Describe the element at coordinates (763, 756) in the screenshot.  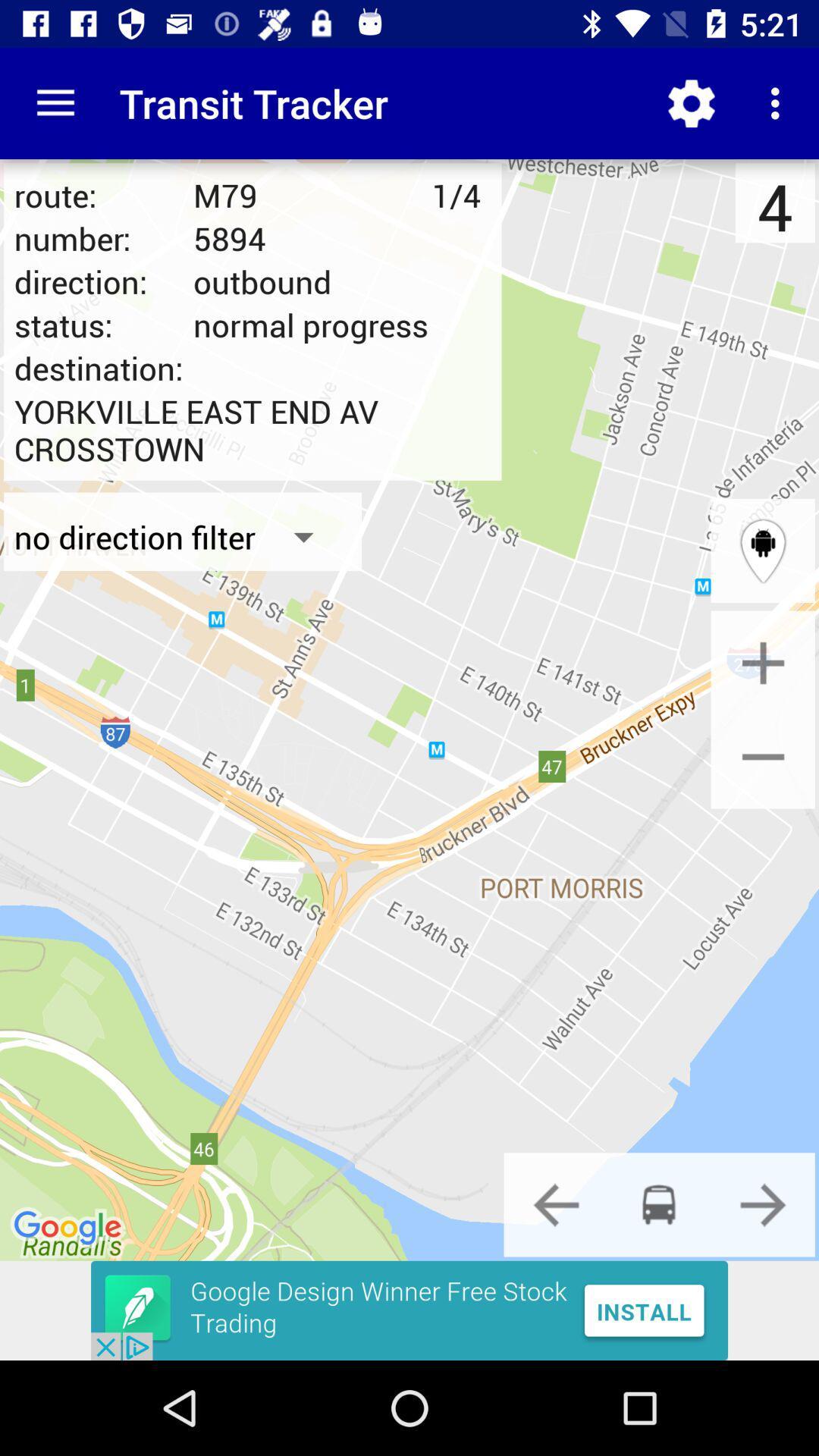
I see `the minus icon` at that location.